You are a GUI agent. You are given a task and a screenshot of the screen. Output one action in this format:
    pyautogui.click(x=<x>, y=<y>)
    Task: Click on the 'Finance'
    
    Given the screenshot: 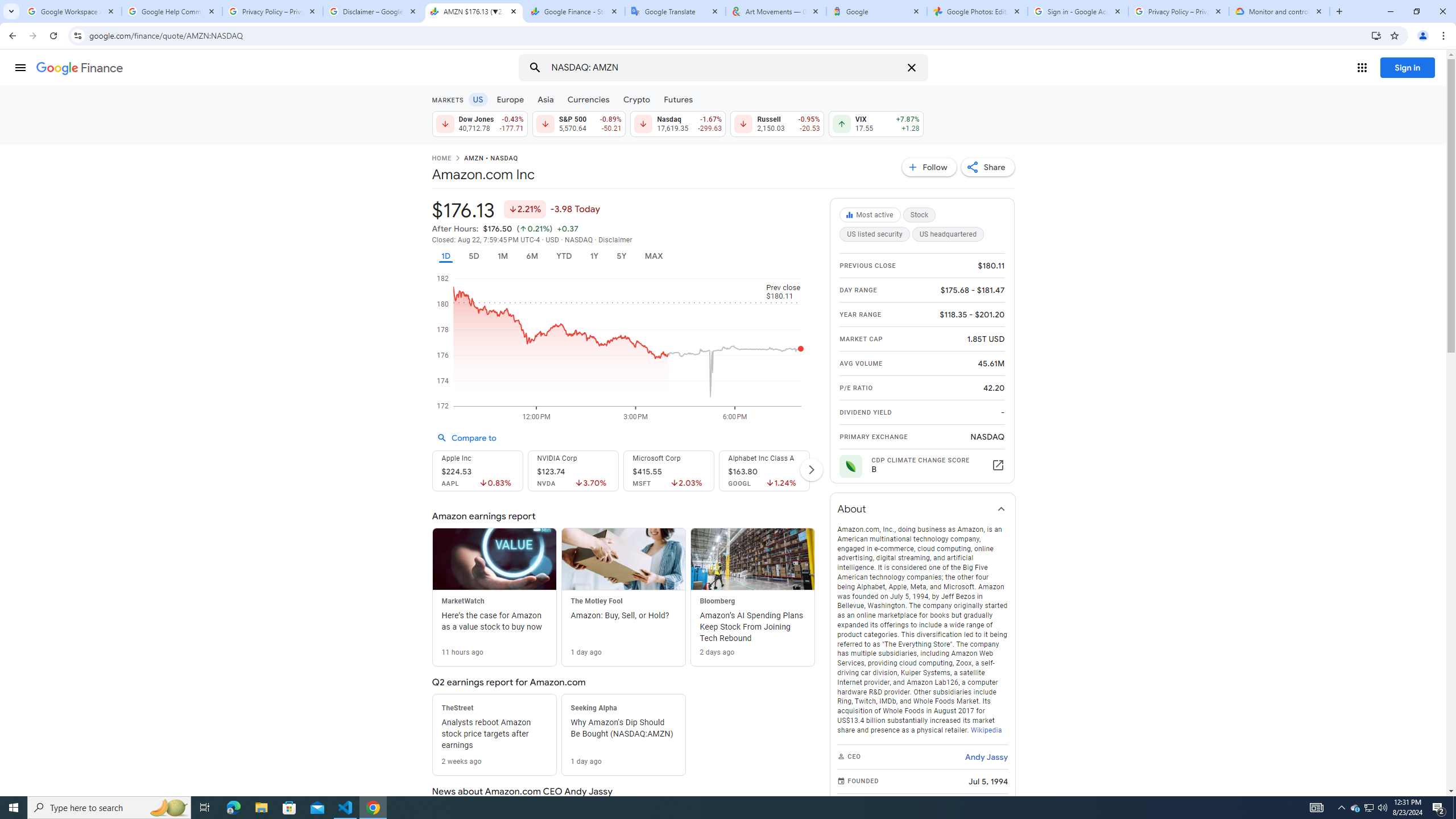 What is the action you would take?
    pyautogui.click(x=79, y=68)
    